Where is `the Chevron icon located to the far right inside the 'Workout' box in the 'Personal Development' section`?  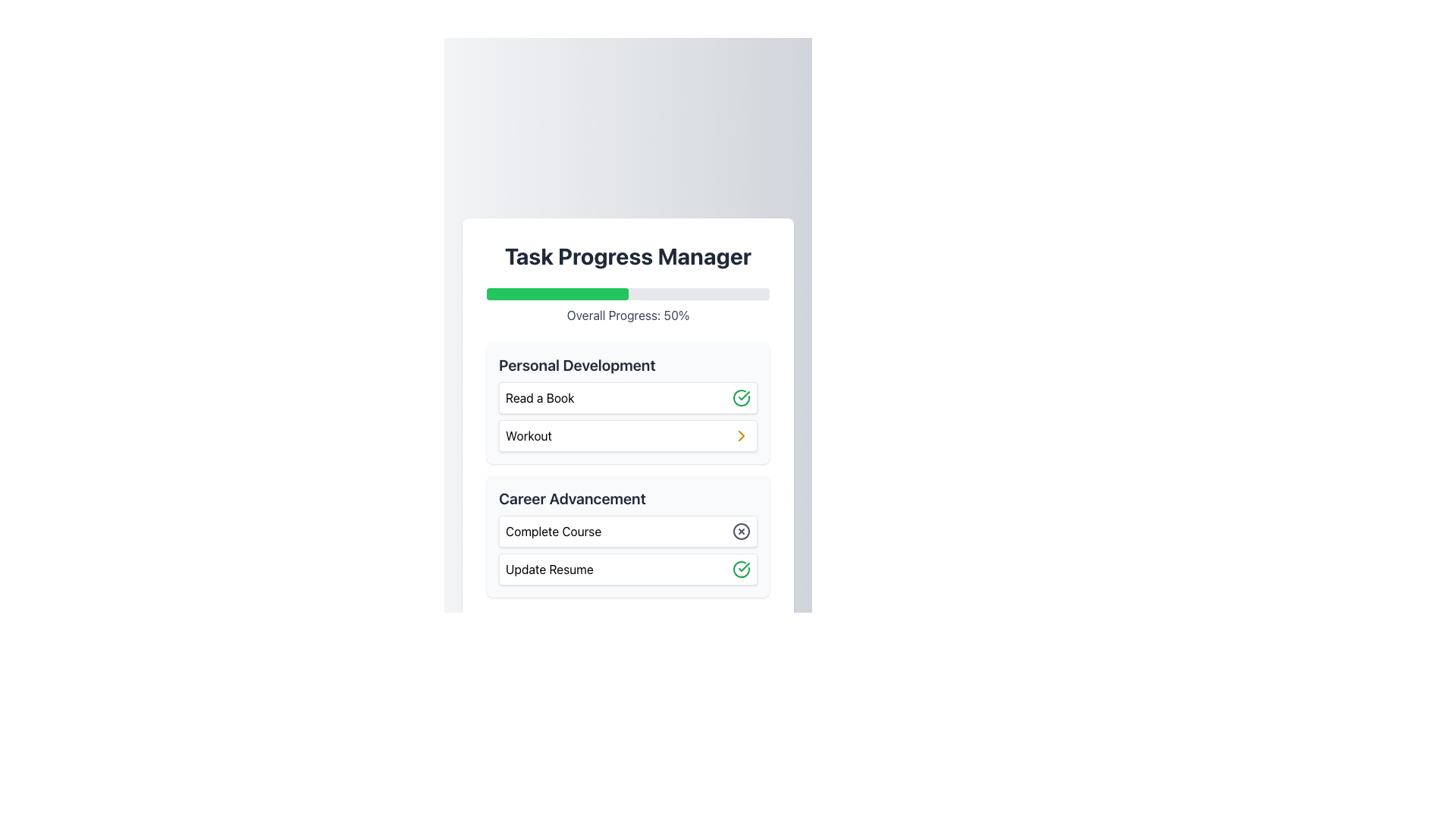
the Chevron icon located to the far right inside the 'Workout' box in the 'Personal Development' section is located at coordinates (742, 435).